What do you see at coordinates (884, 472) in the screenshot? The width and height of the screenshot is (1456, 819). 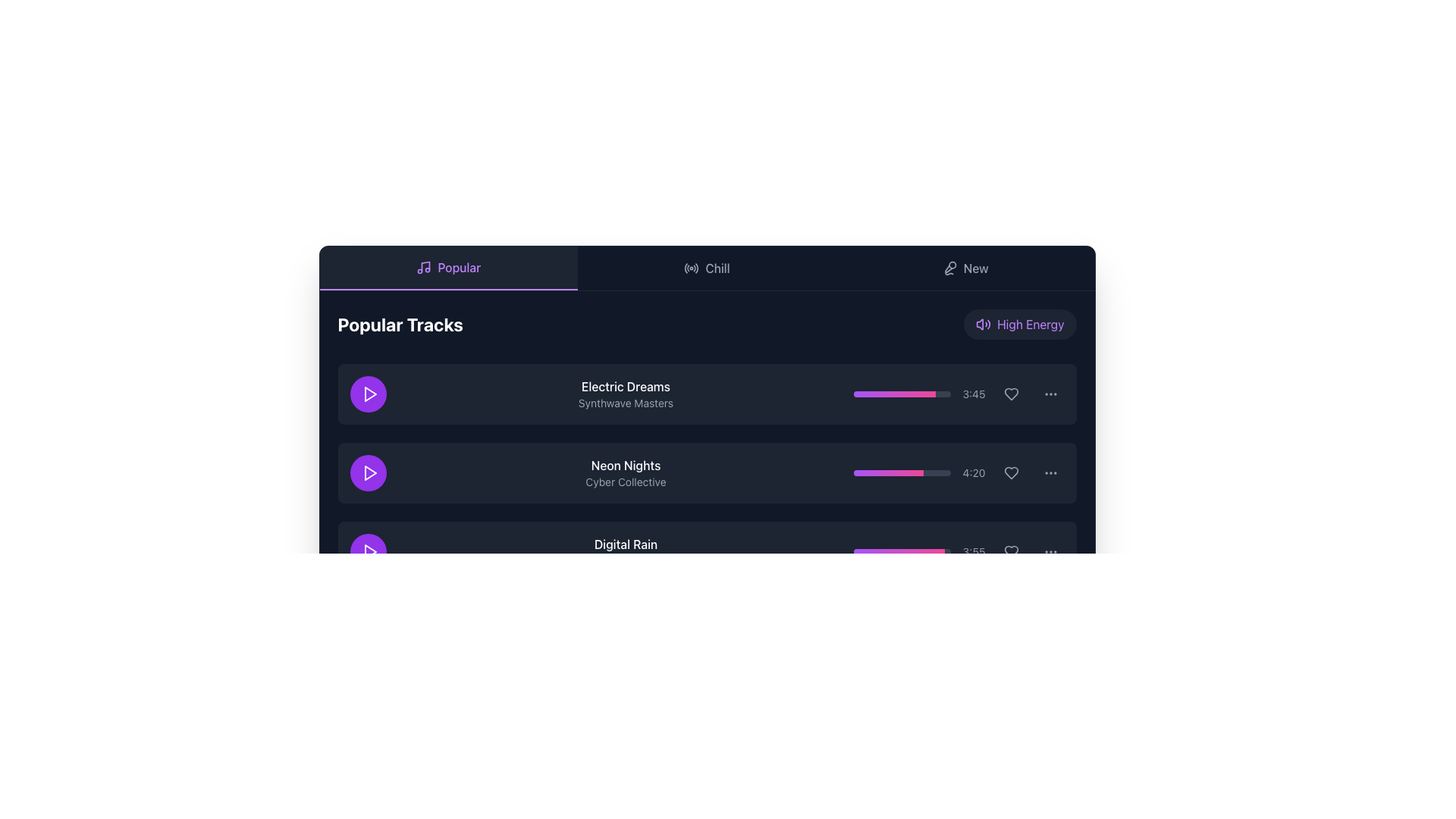 I see `progress` at bounding box center [884, 472].